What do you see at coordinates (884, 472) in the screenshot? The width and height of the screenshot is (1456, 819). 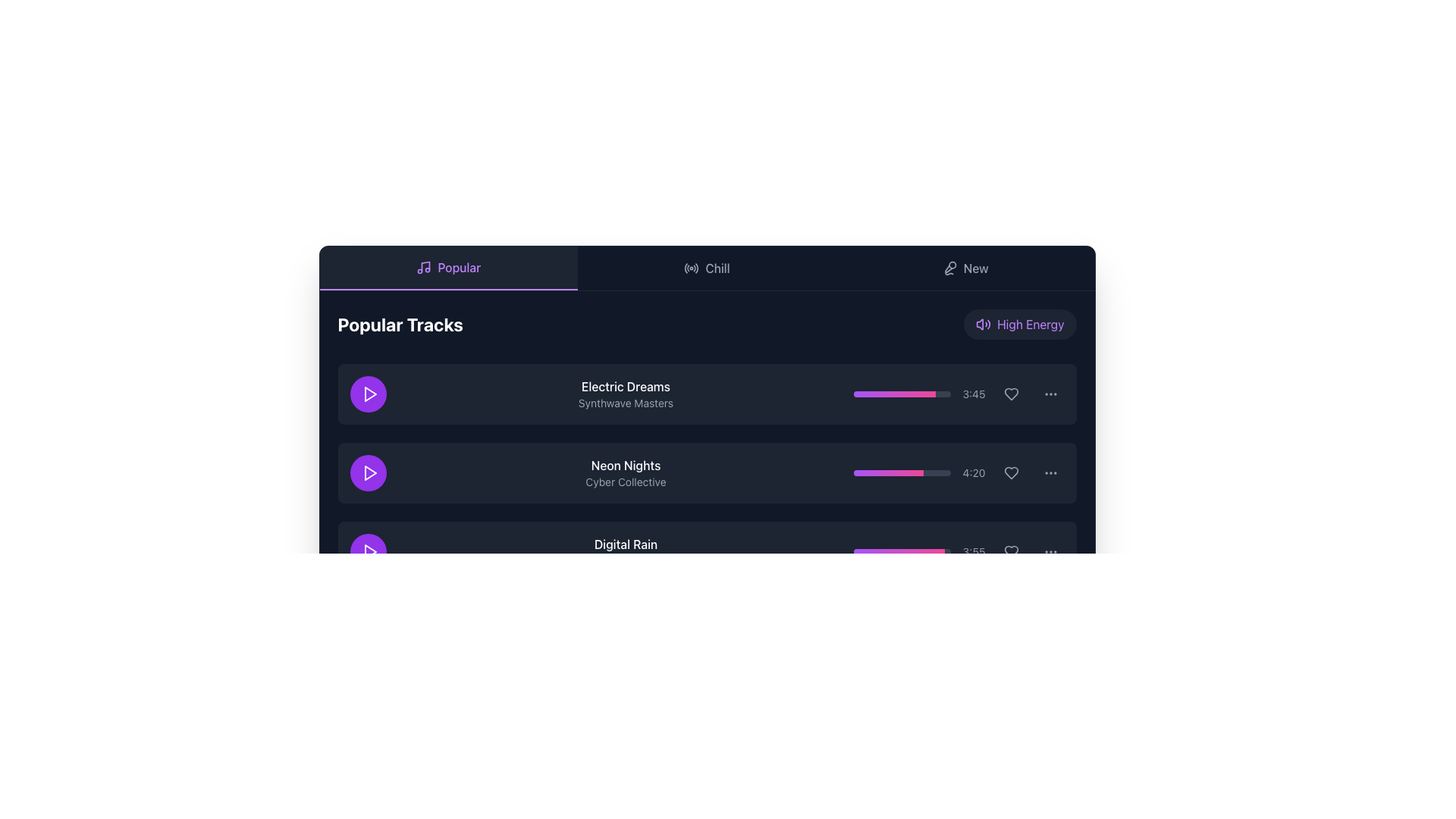 I see `progress` at bounding box center [884, 472].